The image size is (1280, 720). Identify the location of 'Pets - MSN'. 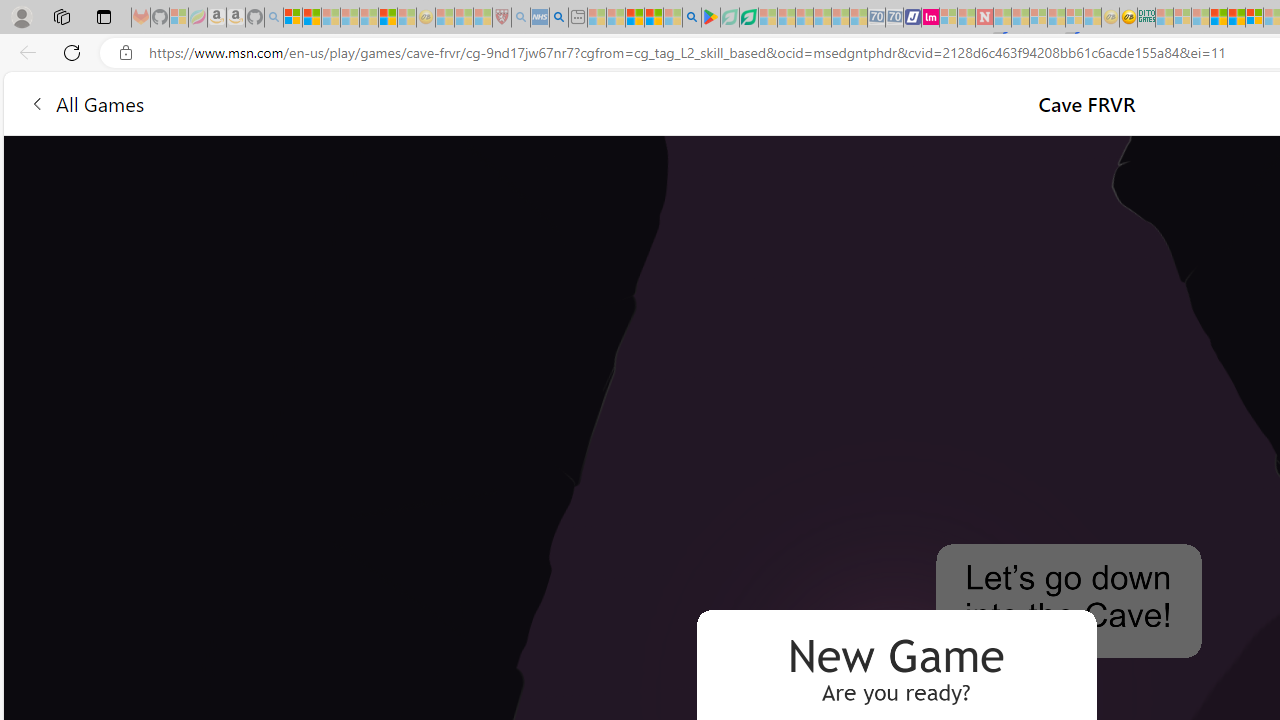
(654, 17).